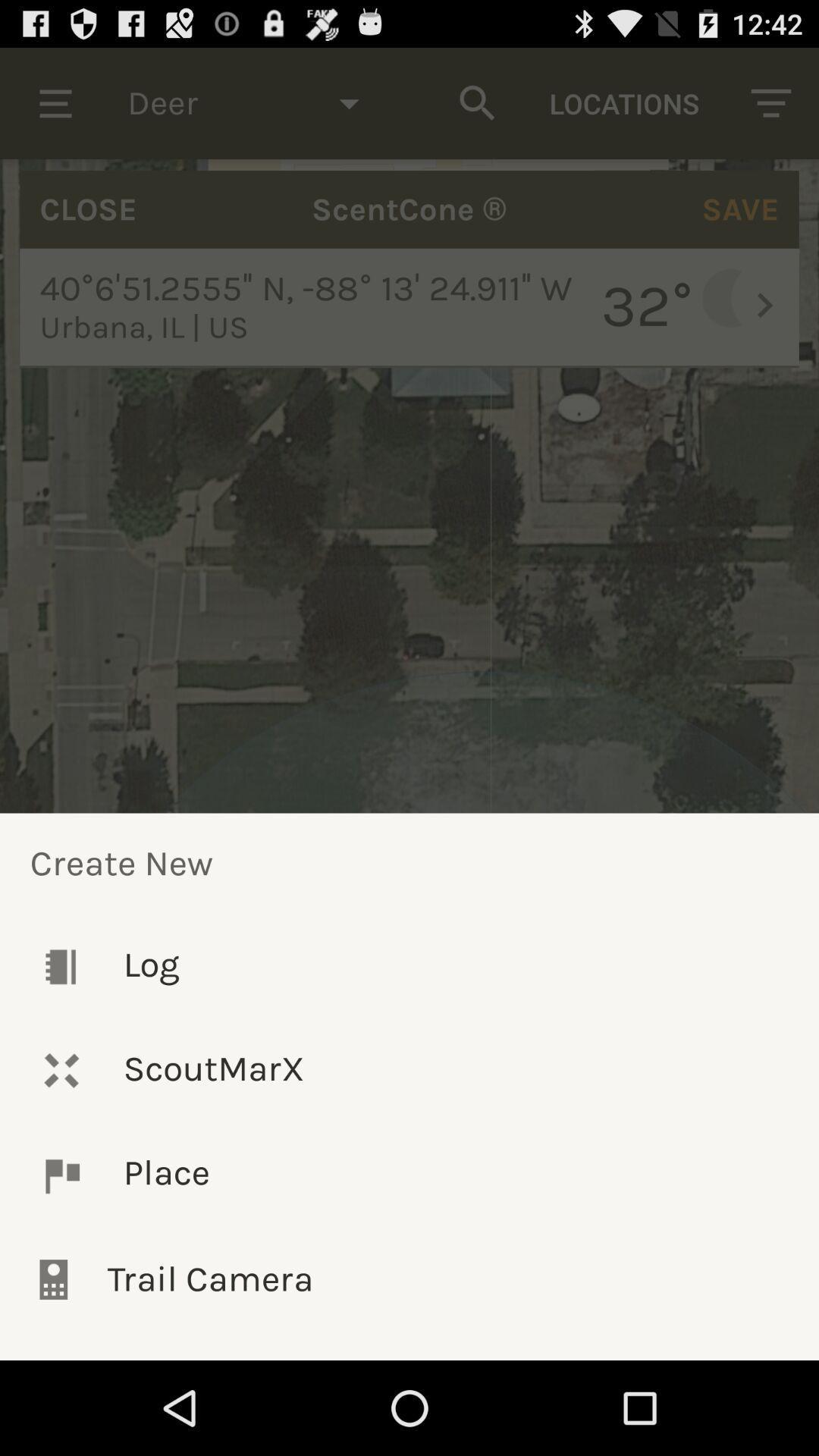 The image size is (819, 1456). I want to click on the log icon, so click(409, 965).